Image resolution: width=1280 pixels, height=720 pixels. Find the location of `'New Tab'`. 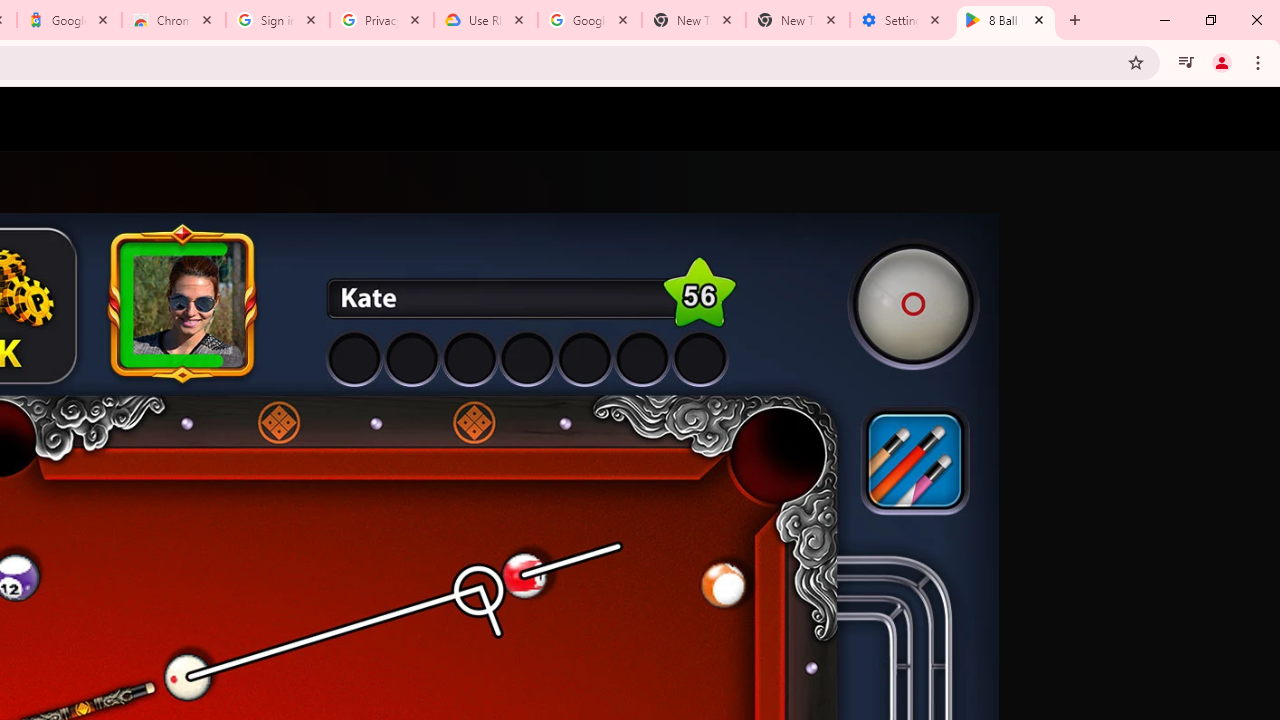

'New Tab' is located at coordinates (797, 20).